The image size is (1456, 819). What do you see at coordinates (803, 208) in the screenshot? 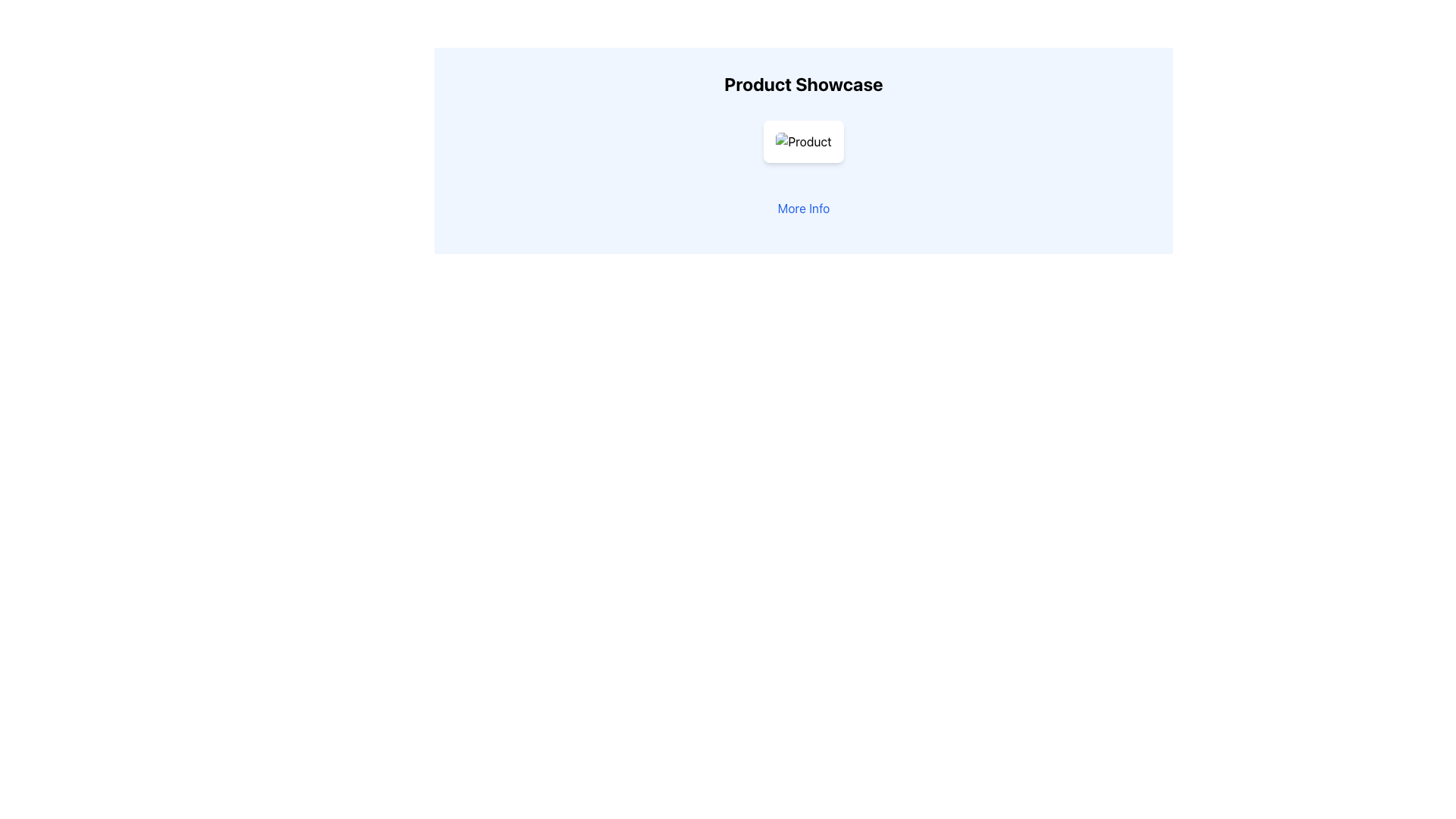
I see `the interactive text link labeled 'More Info'` at bounding box center [803, 208].